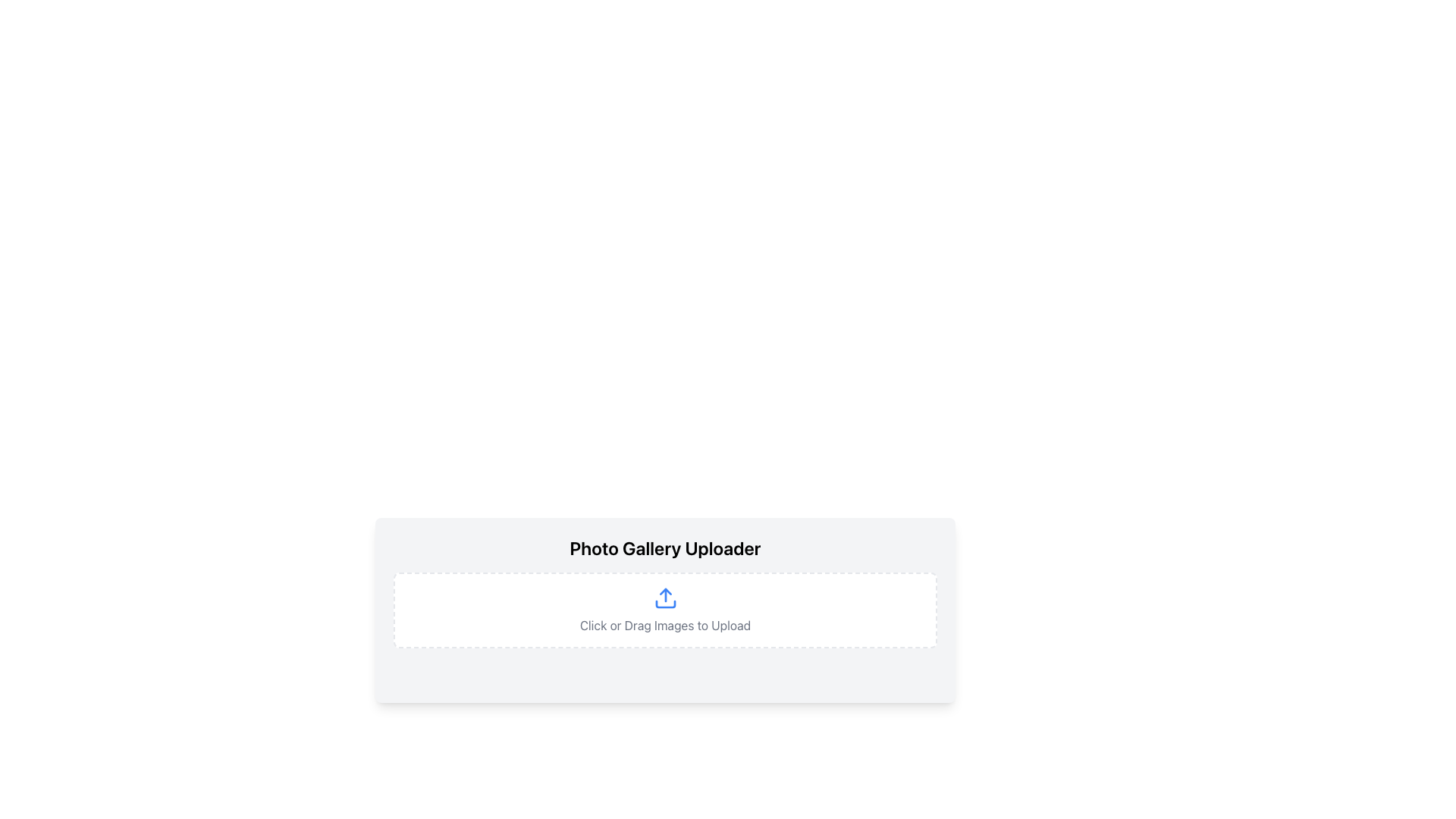  I want to click on the Interactive upload area with a light-gray background, rounded edges, and a dashed rectangular border containing a blue upward arrow and the text 'Click or Drag Images to Upload', so click(665, 610).